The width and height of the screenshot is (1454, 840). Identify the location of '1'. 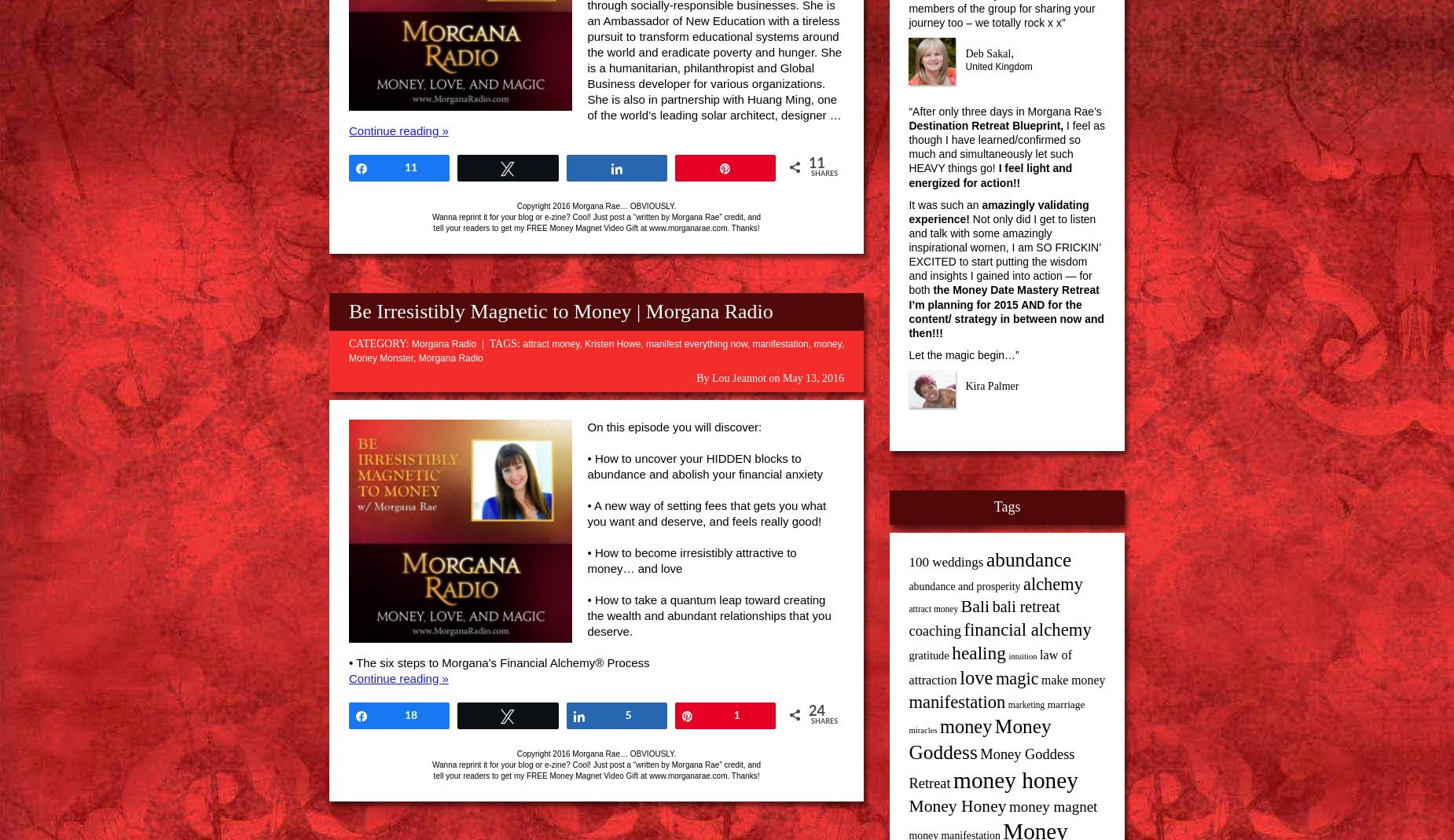
(736, 714).